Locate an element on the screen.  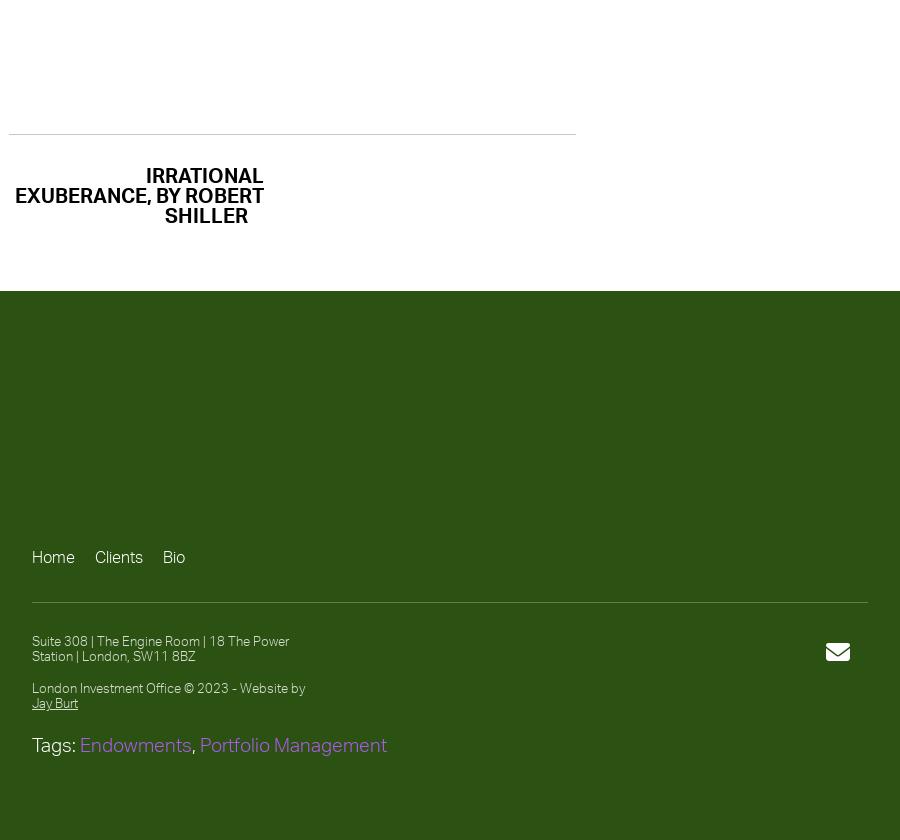
'Suite 308 | The Engine Room | 18 The Power Station | London, SW11 8BZ' is located at coordinates (160, 649).